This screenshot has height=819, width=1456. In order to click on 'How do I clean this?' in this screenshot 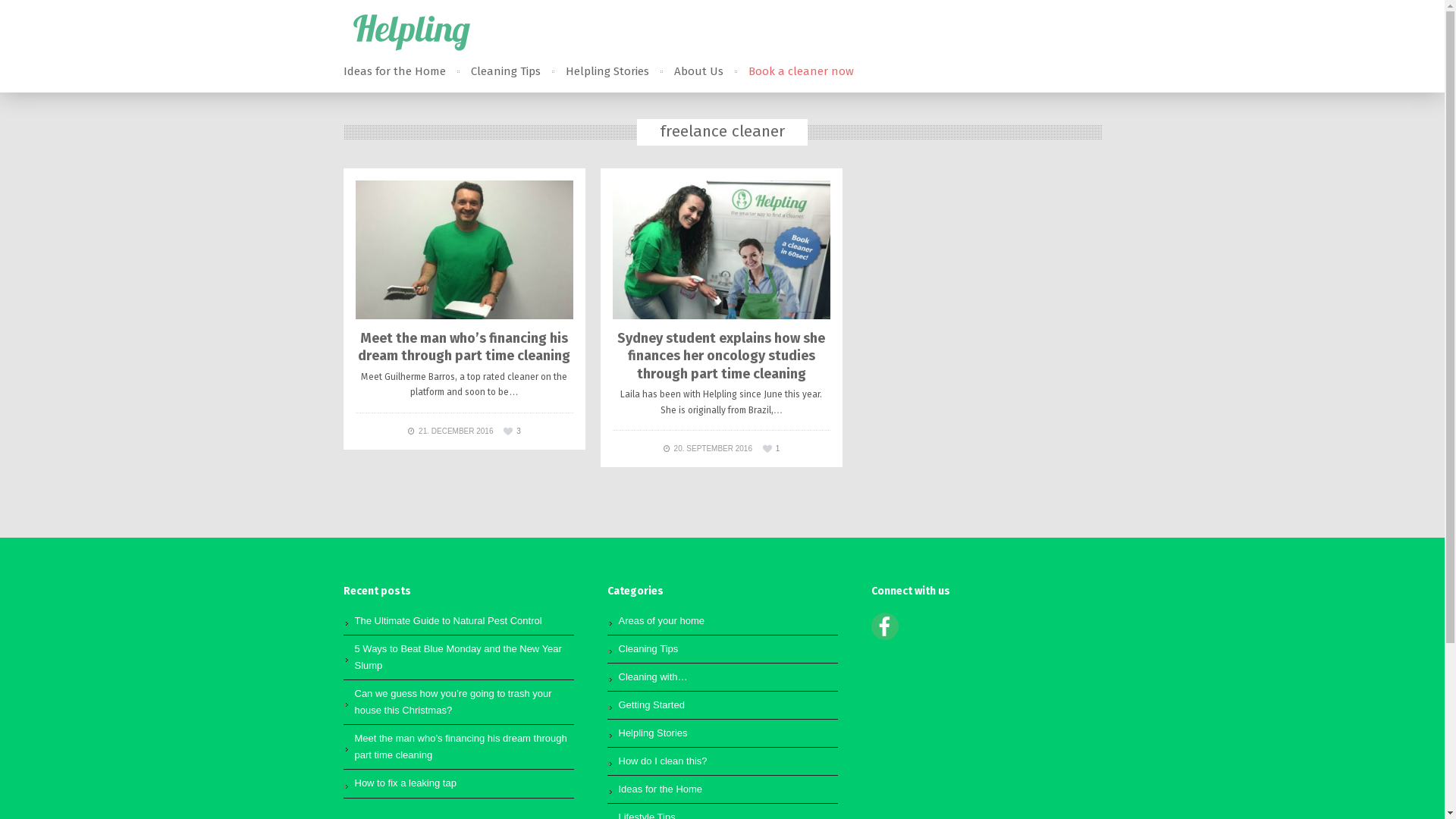, I will do `click(663, 761)`.